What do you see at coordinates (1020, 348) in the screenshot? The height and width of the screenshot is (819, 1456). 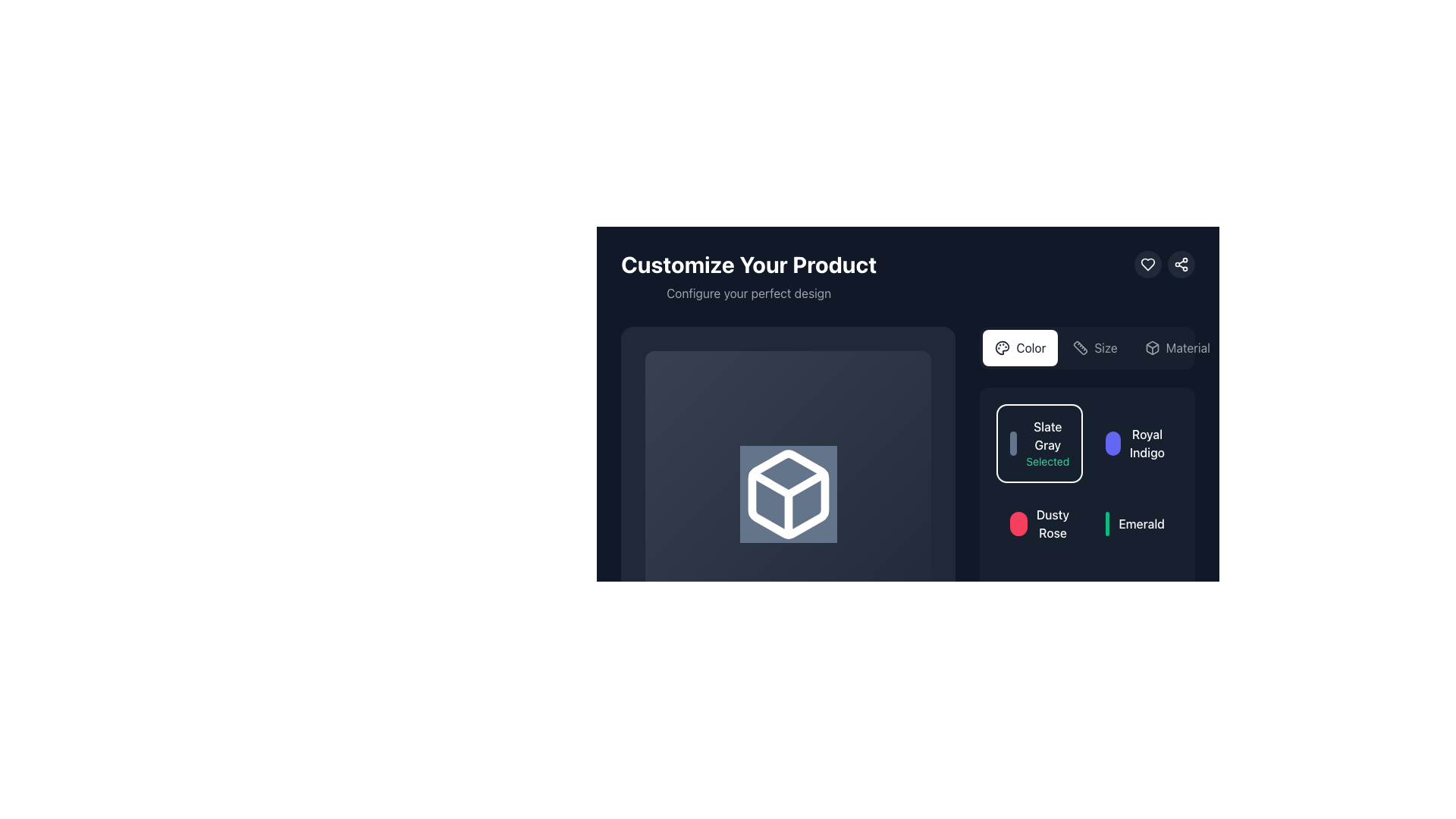 I see `the 'Color' button located in the top-right section of the interface within the horizontal navigation bar` at bounding box center [1020, 348].